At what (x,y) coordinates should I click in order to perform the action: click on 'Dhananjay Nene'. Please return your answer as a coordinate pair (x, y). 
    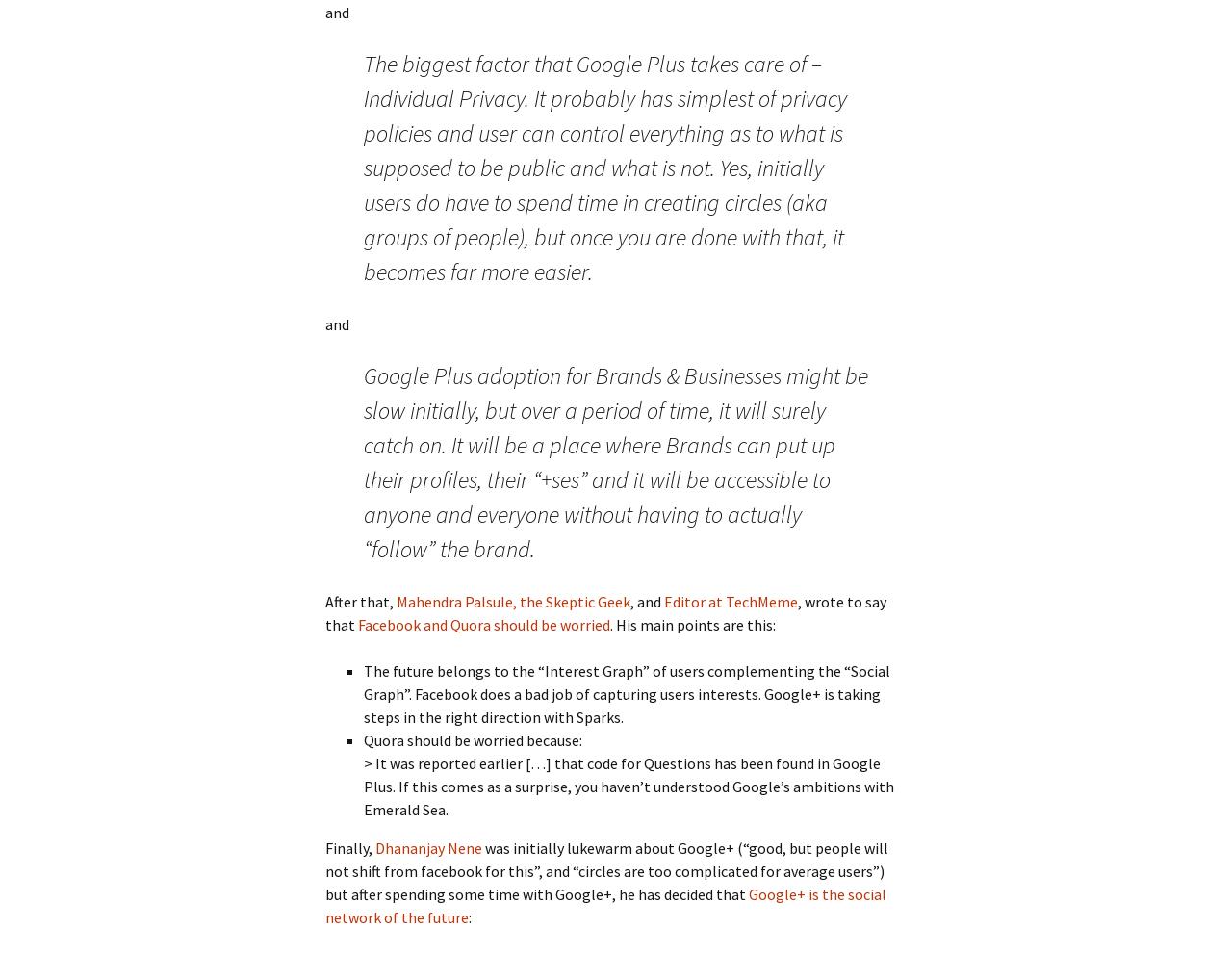
    Looking at the image, I should click on (427, 847).